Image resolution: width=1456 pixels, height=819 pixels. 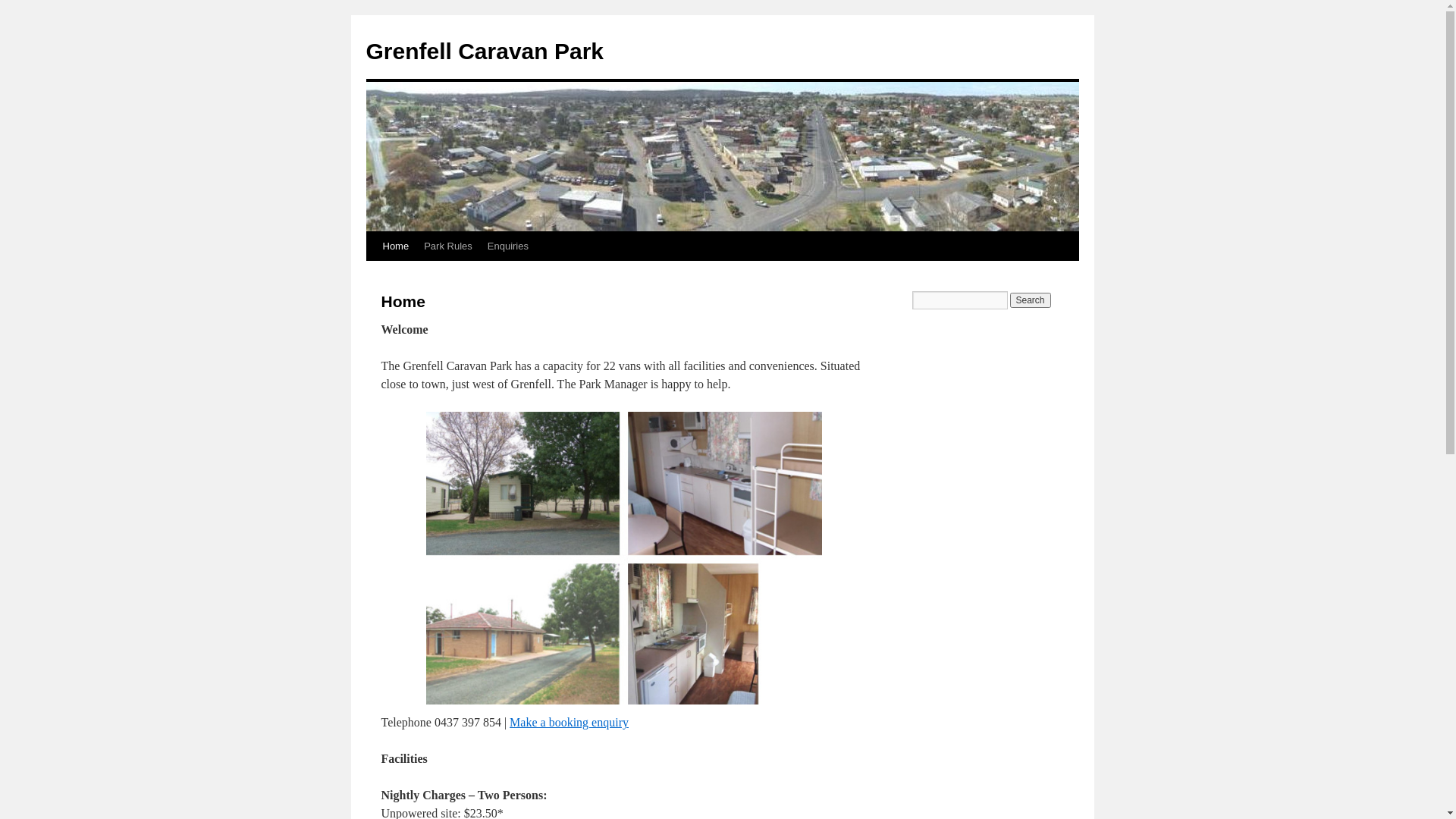 I want to click on 'Home', so click(x=395, y=245).